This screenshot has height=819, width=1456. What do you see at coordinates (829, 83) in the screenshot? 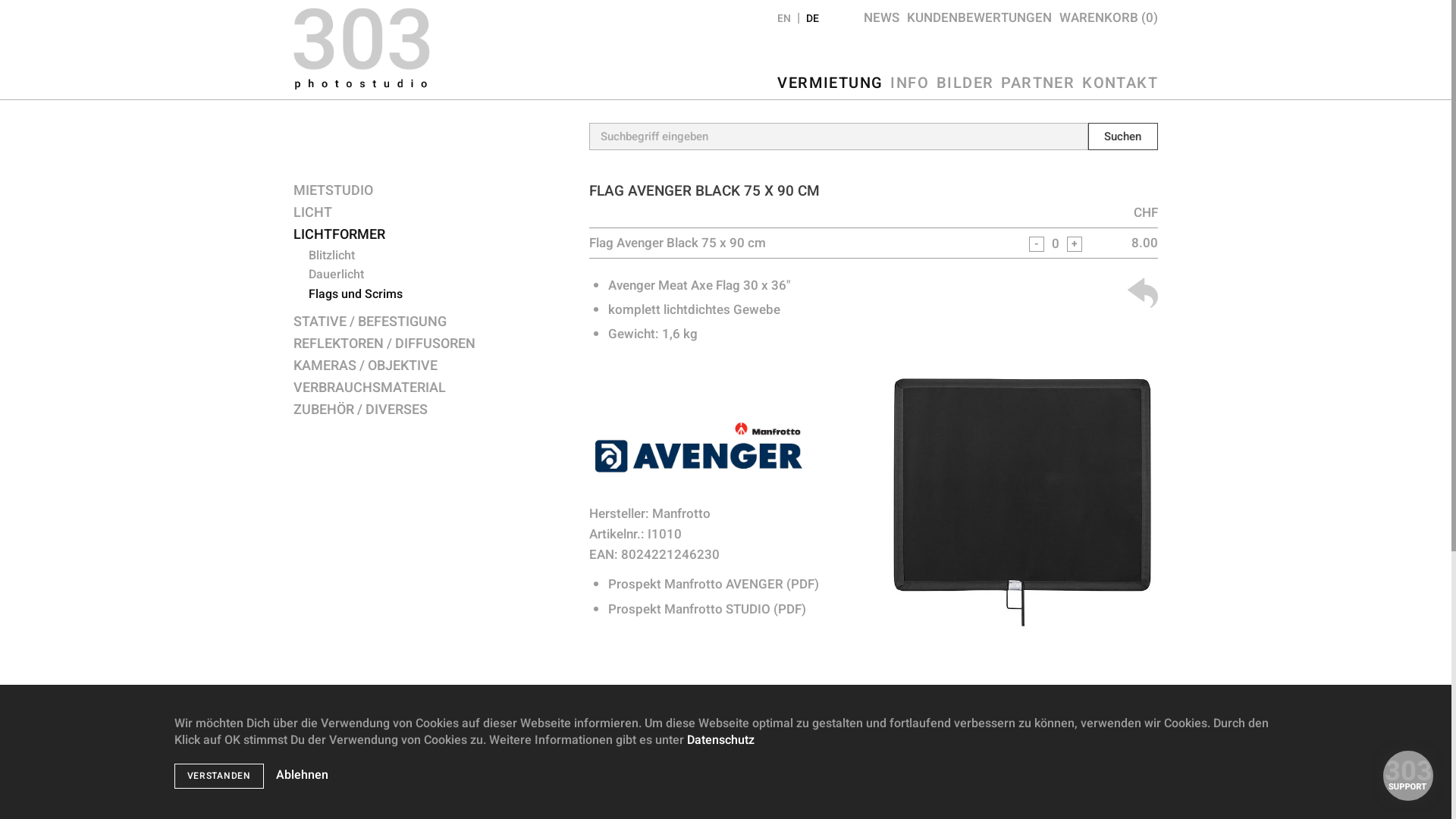
I see `'VERMIETUNG'` at bounding box center [829, 83].